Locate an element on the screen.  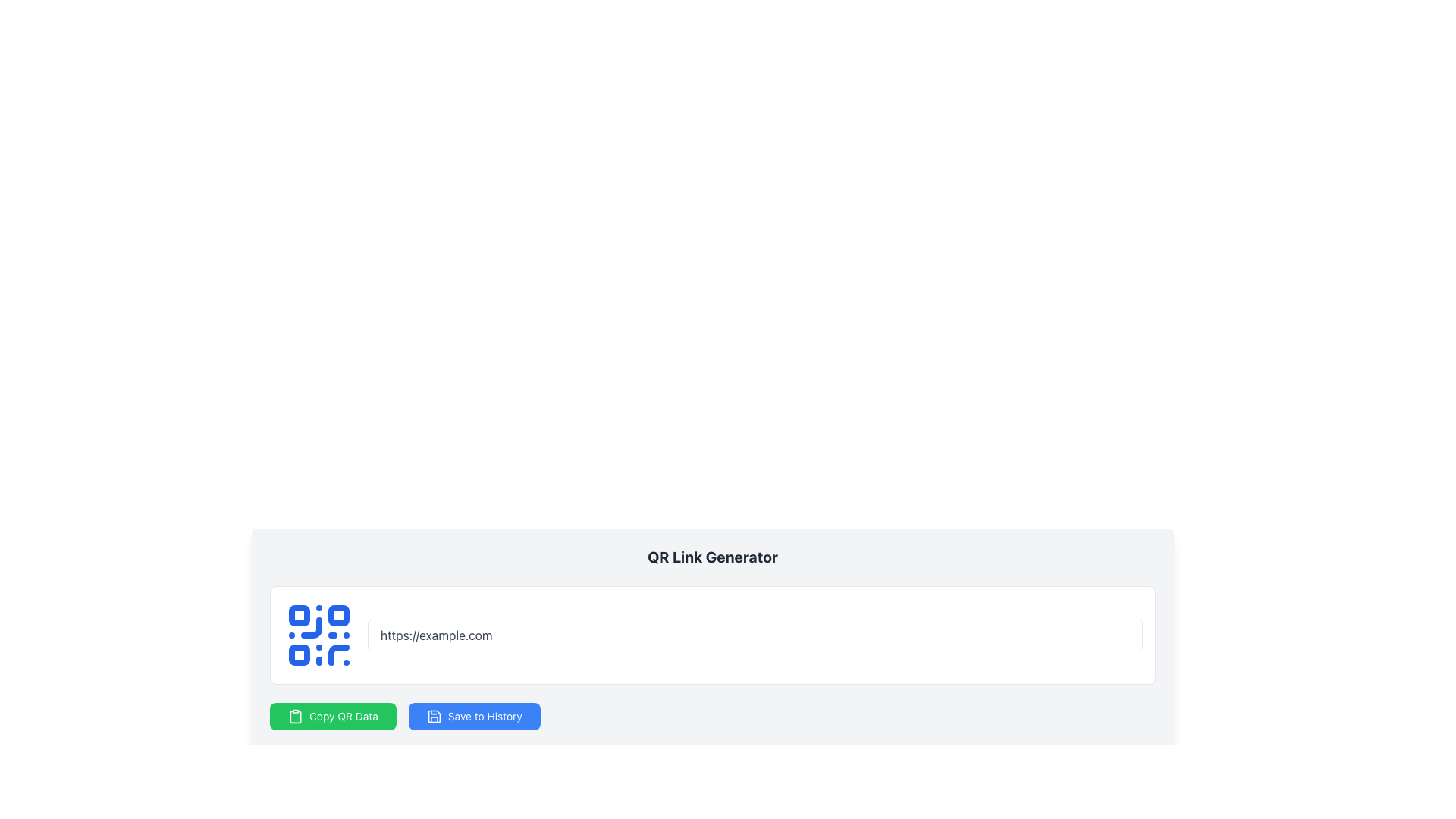
the content within the text input field that allows users is located at coordinates (755, 635).